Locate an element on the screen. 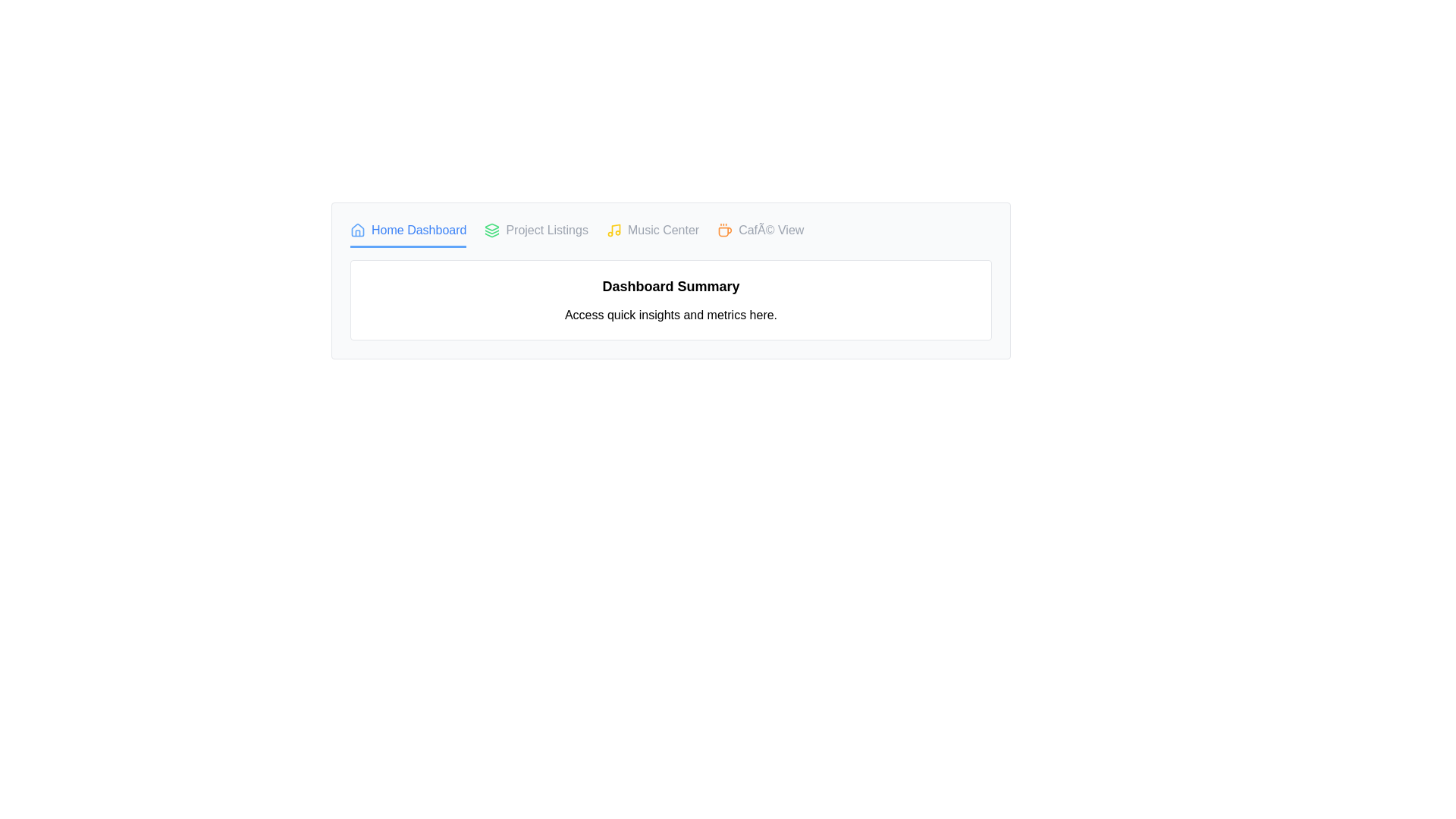  the 'Home Dashboard' tab in the navigation bar is located at coordinates (670, 234).